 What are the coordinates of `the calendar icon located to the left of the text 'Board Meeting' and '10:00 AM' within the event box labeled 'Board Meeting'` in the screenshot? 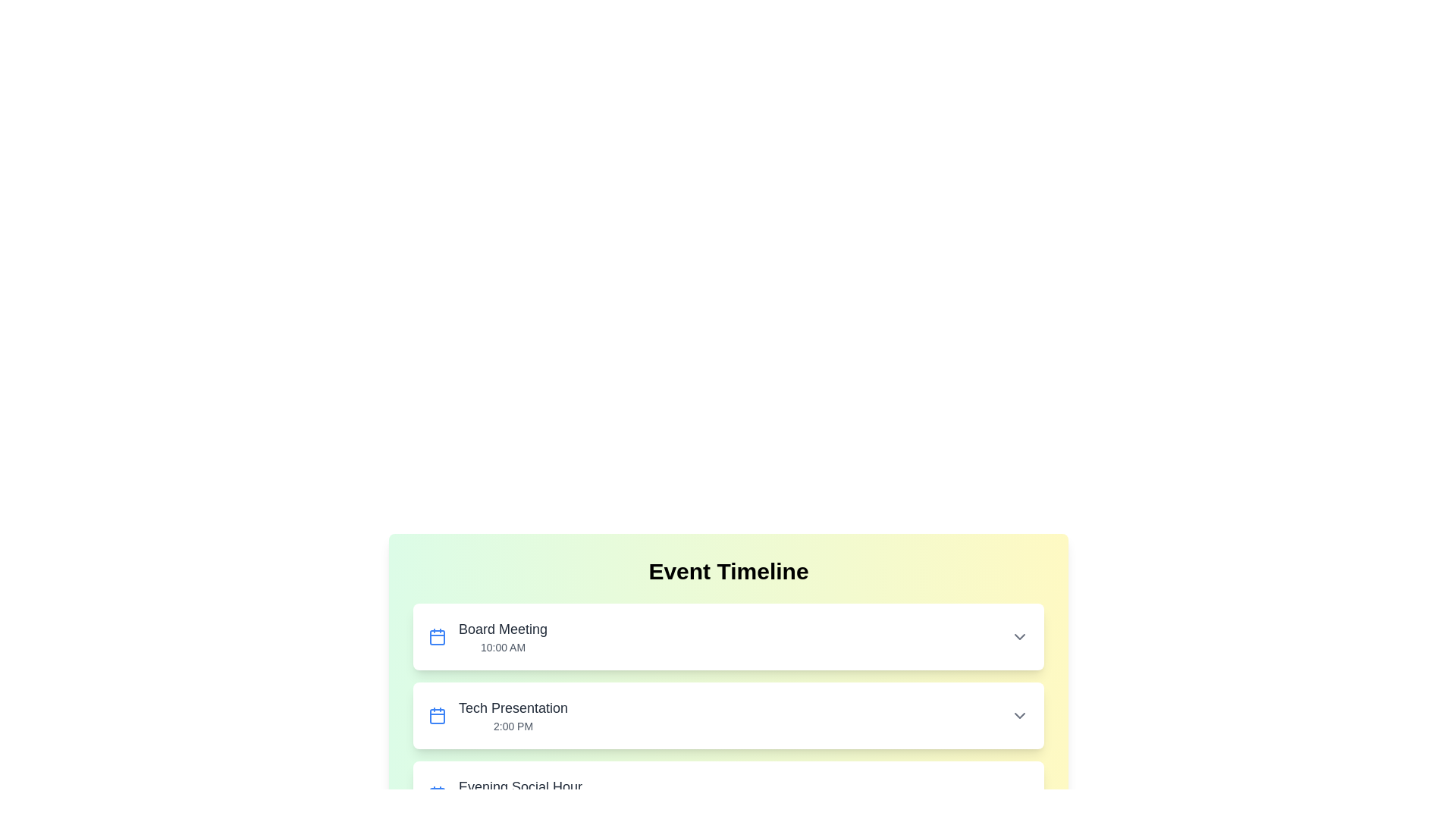 It's located at (436, 637).